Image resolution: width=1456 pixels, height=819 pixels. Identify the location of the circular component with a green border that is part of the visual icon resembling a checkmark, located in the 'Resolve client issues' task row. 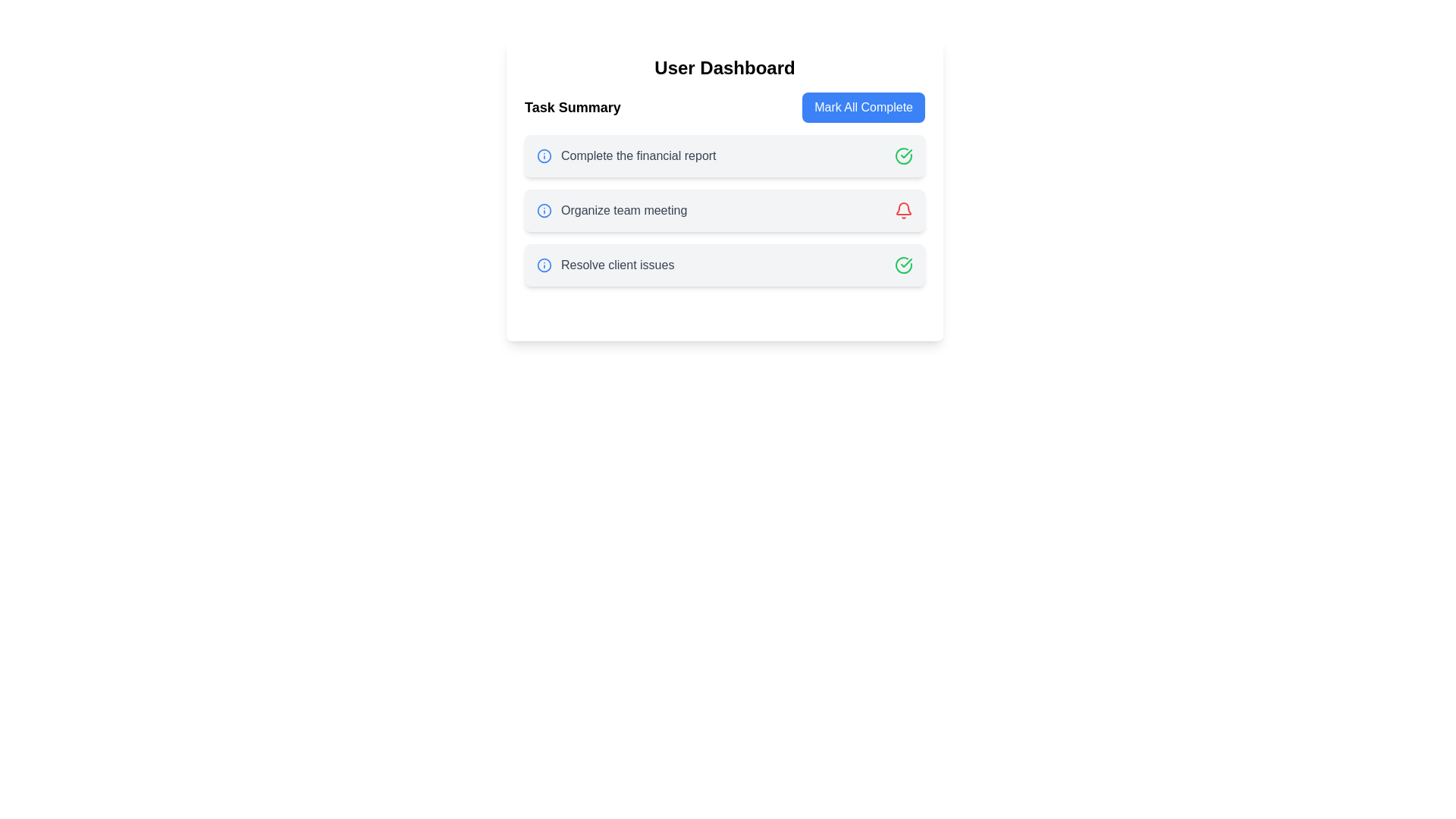
(903, 155).